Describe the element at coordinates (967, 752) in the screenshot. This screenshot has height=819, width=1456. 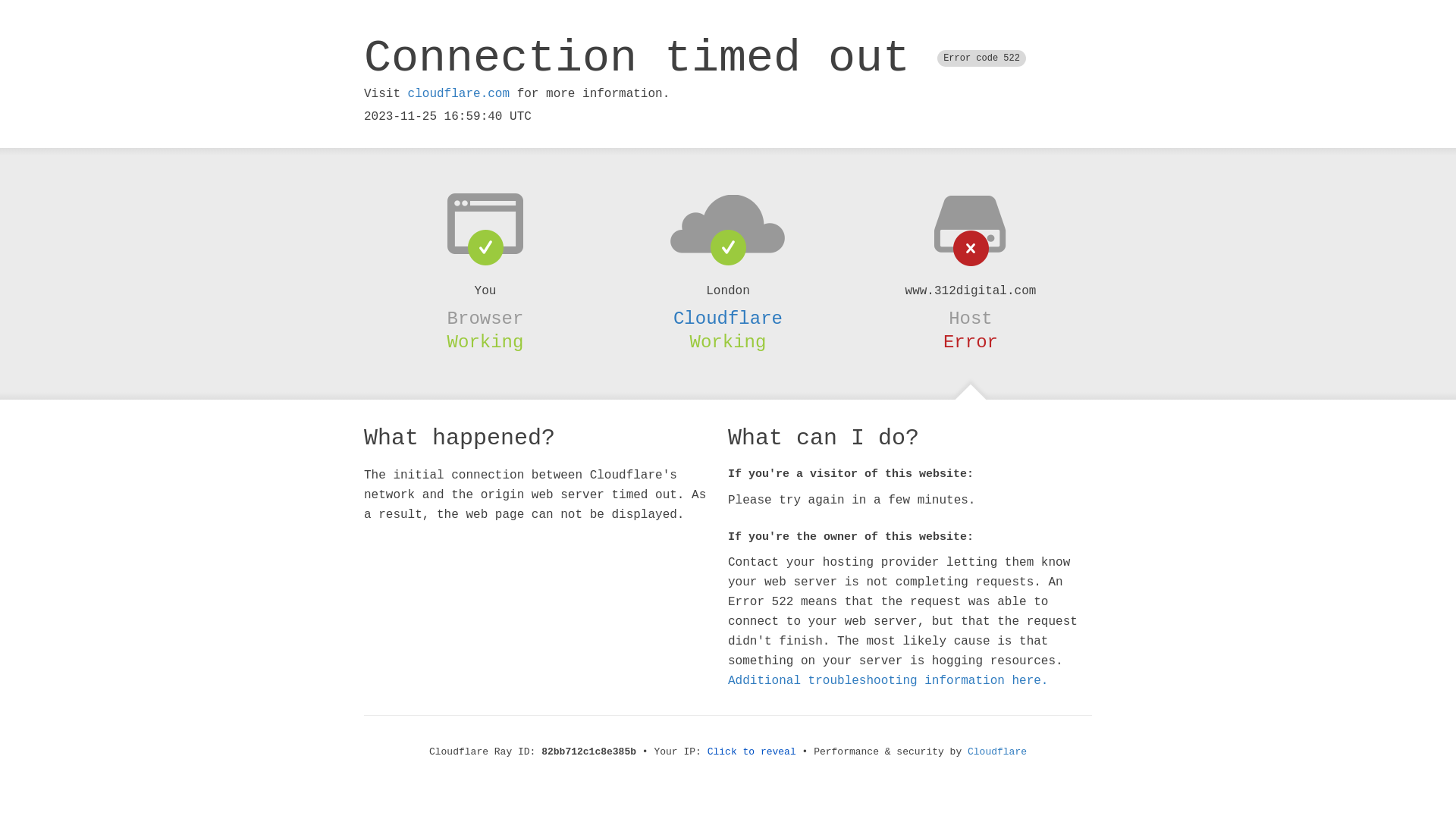
I see `'Cloudflare'` at that location.